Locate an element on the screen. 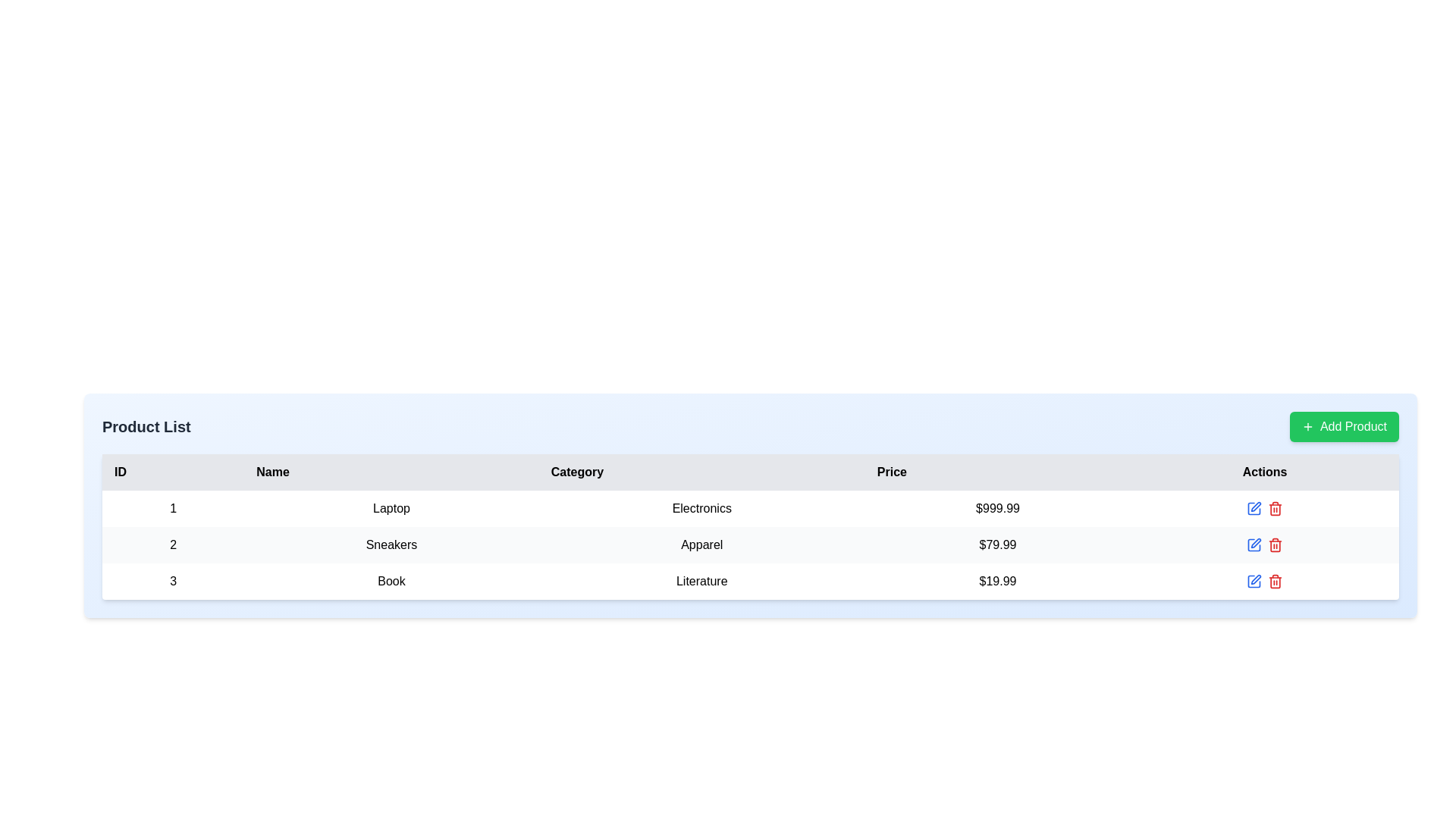  the text display cell containing the number '3' in the first column of the third row of the 'Product List' table is located at coordinates (173, 581).